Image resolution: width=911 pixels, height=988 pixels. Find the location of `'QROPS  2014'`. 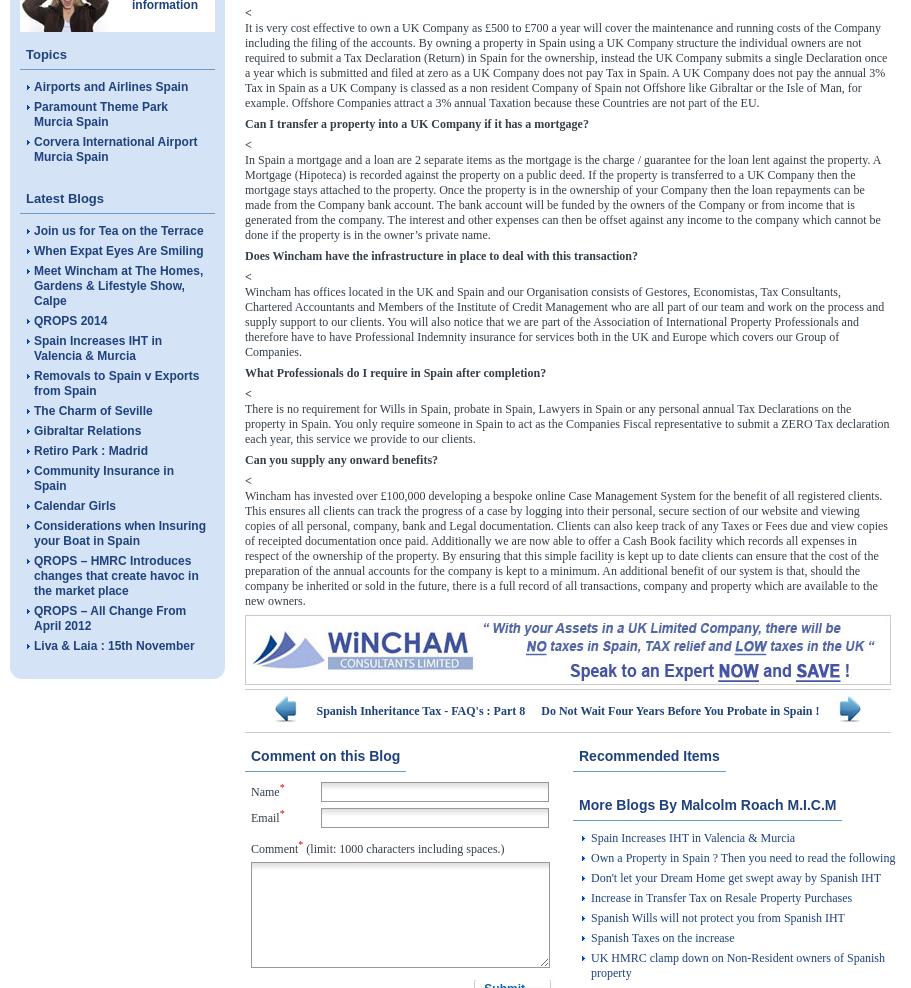

'QROPS  2014' is located at coordinates (69, 321).